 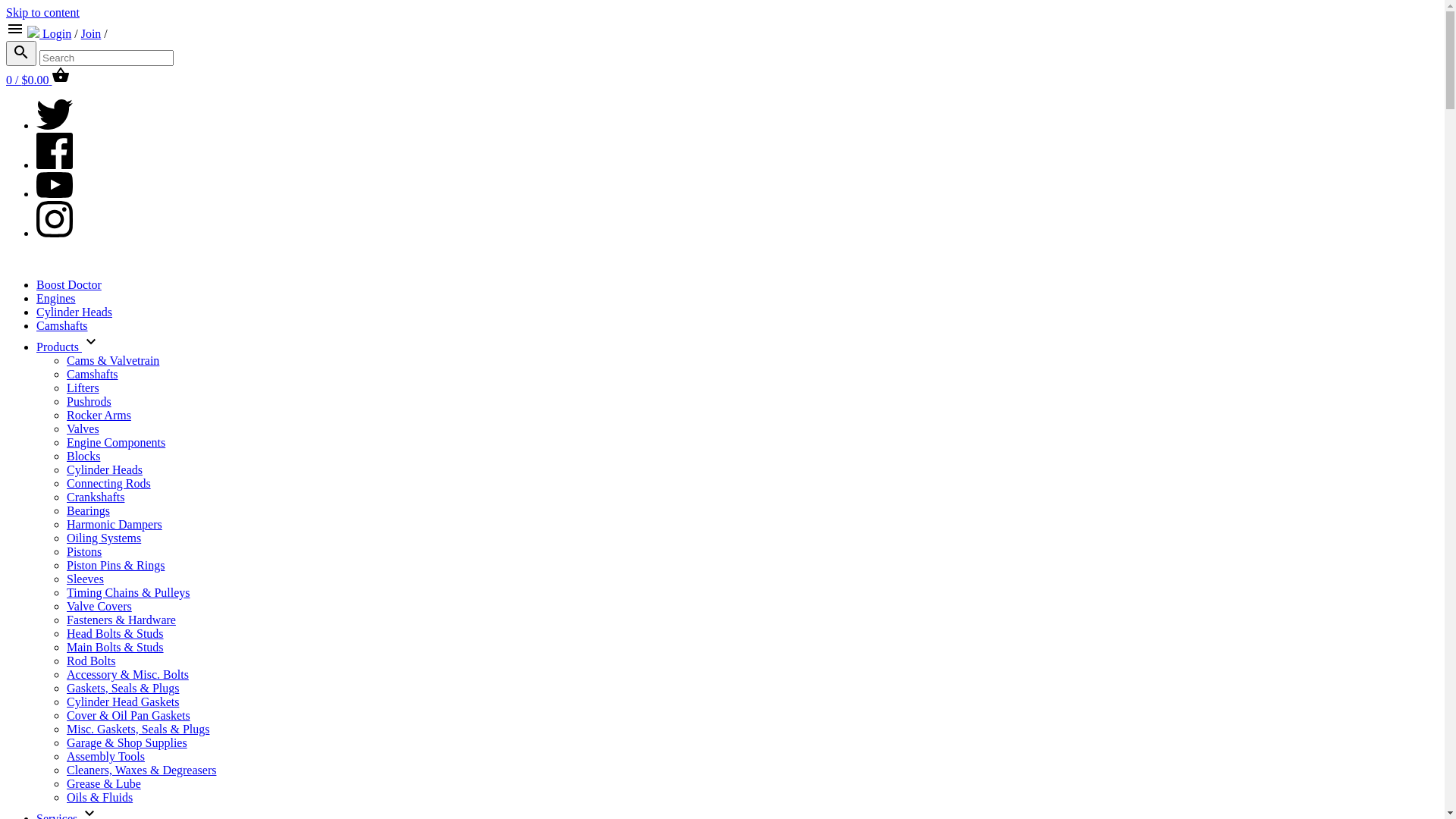 I want to click on 'Accessory & Misc. Bolts', so click(x=127, y=673).